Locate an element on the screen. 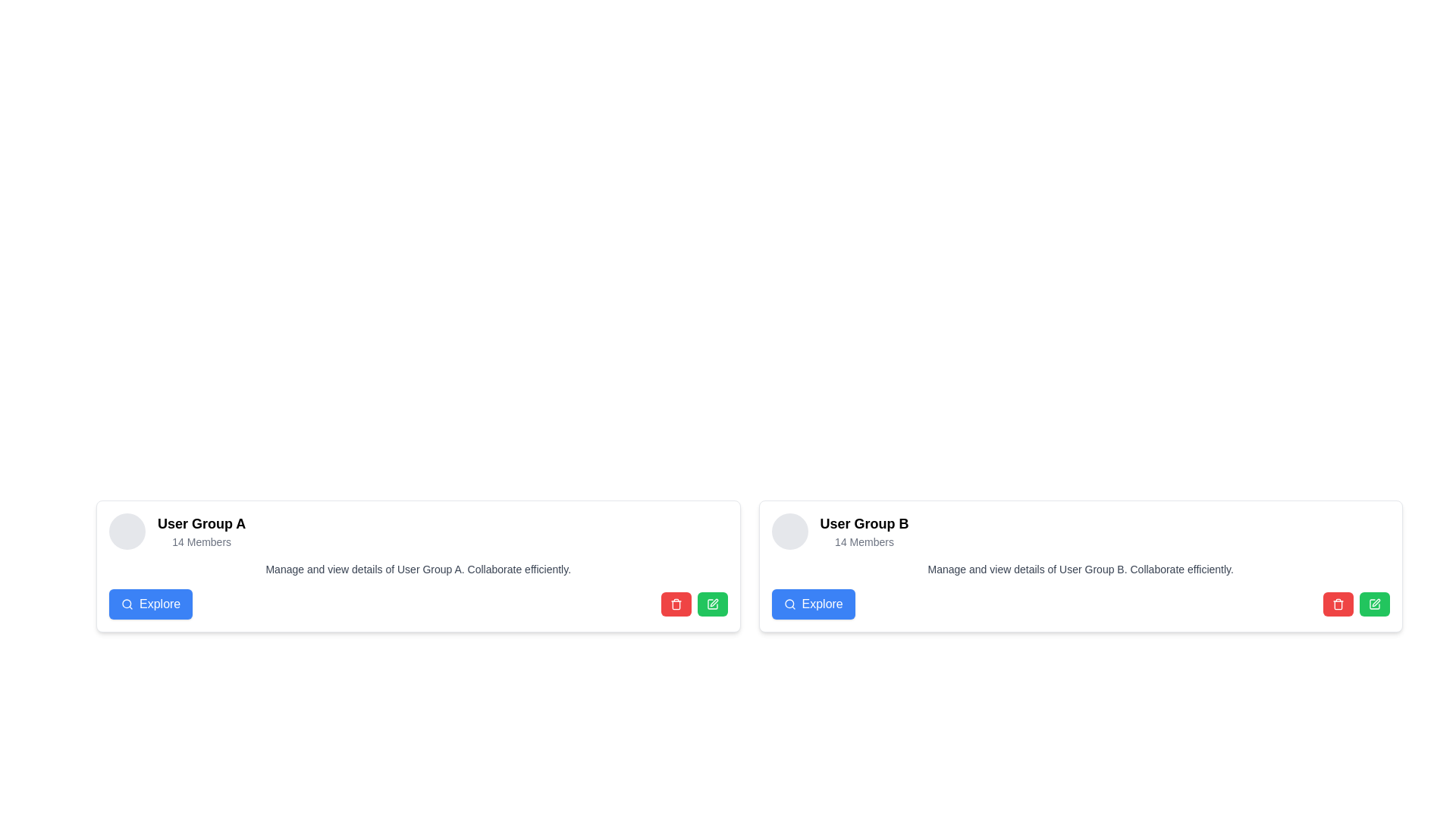 This screenshot has height=819, width=1456. the edit icon represented by a pencil graphic within a green circular button located at the lower right corner of the 'User Group B' card is located at coordinates (1376, 601).